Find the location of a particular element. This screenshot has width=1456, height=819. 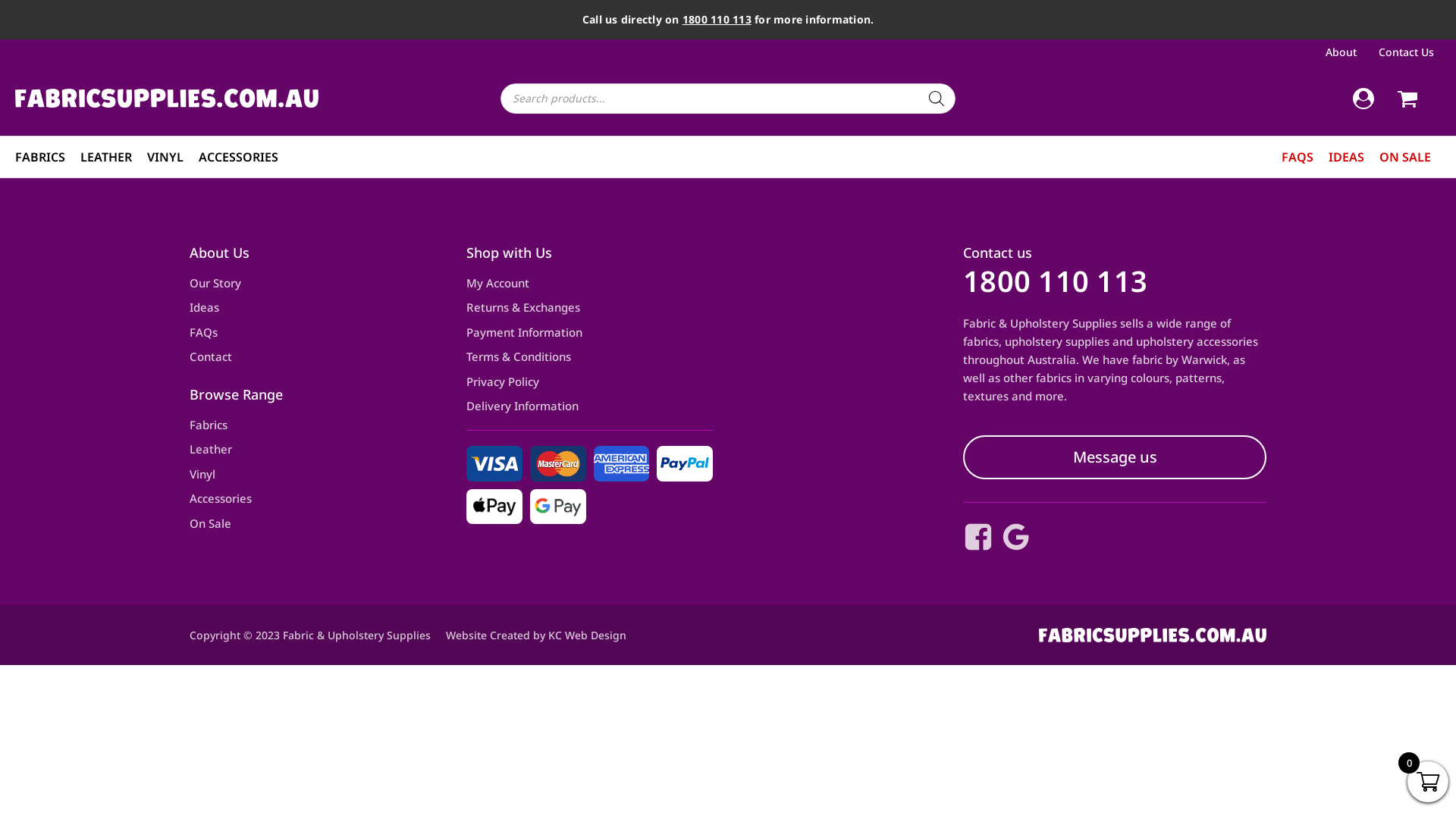

'ON SALE' is located at coordinates (1404, 157).